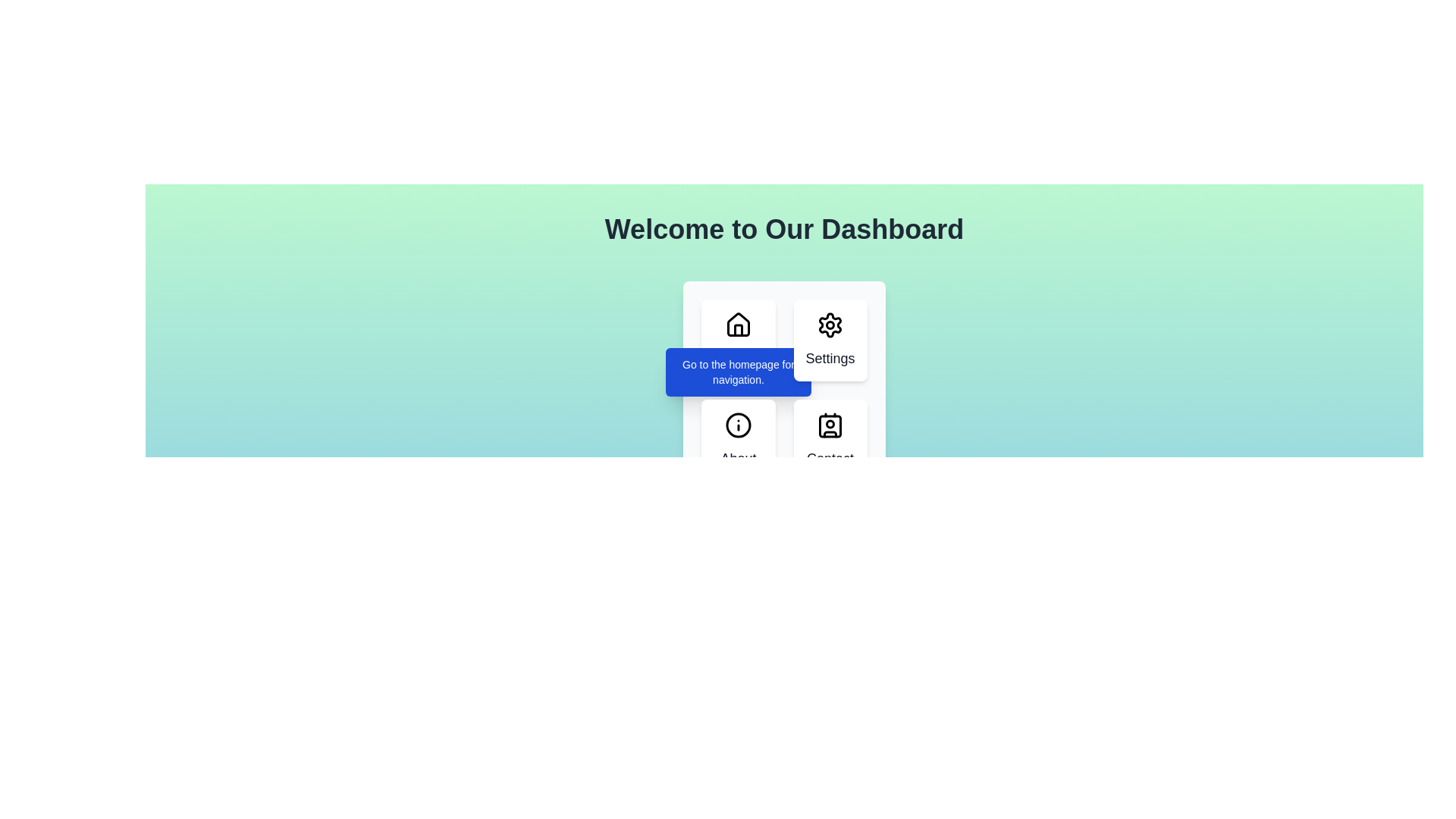 This screenshot has height=819, width=1456. I want to click on the clickable card or link element that serves as a navigational interface, located at the top left corner of the grid, to redirect to the homepage or primary dashboard, so click(739, 339).